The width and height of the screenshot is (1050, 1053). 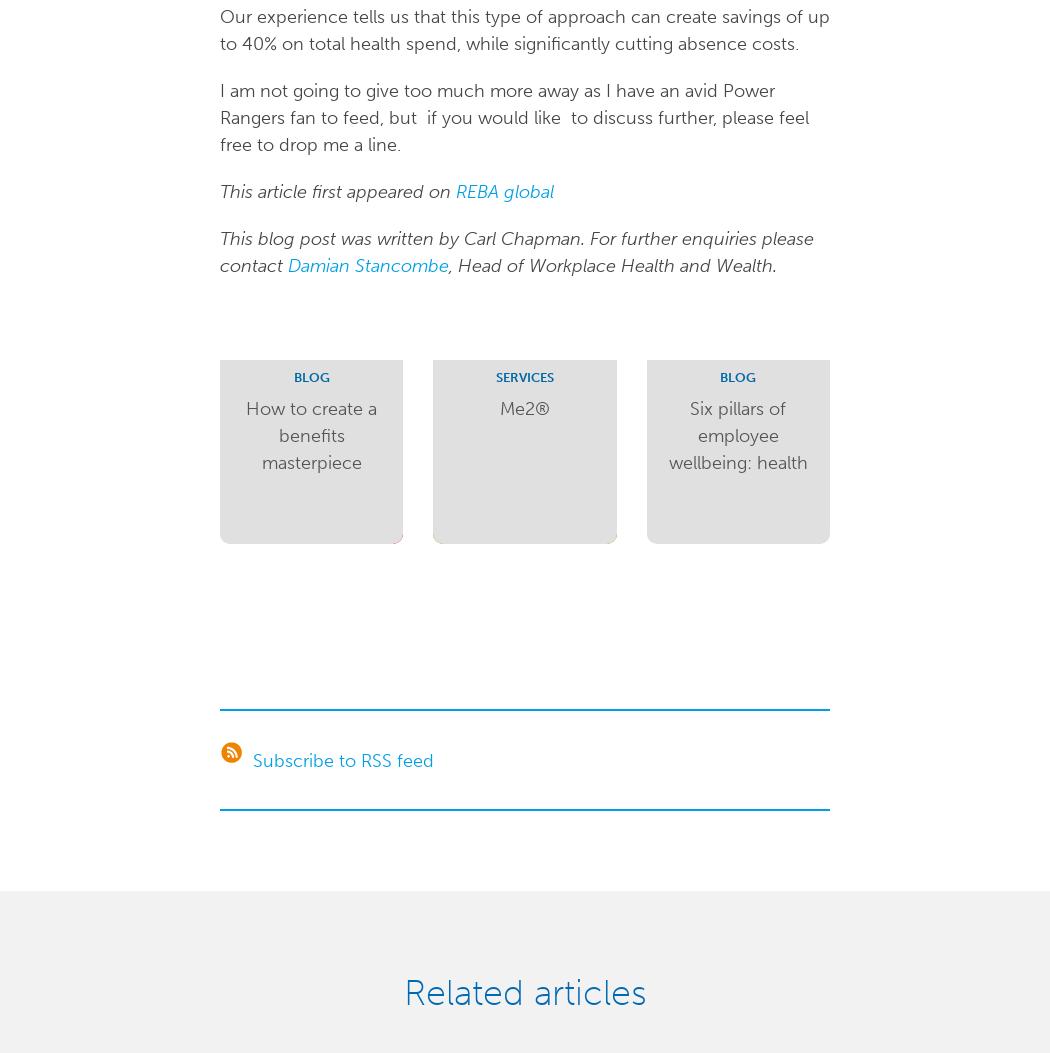 I want to click on ', Head of Workplace Health and Wealth.', so click(x=612, y=264).